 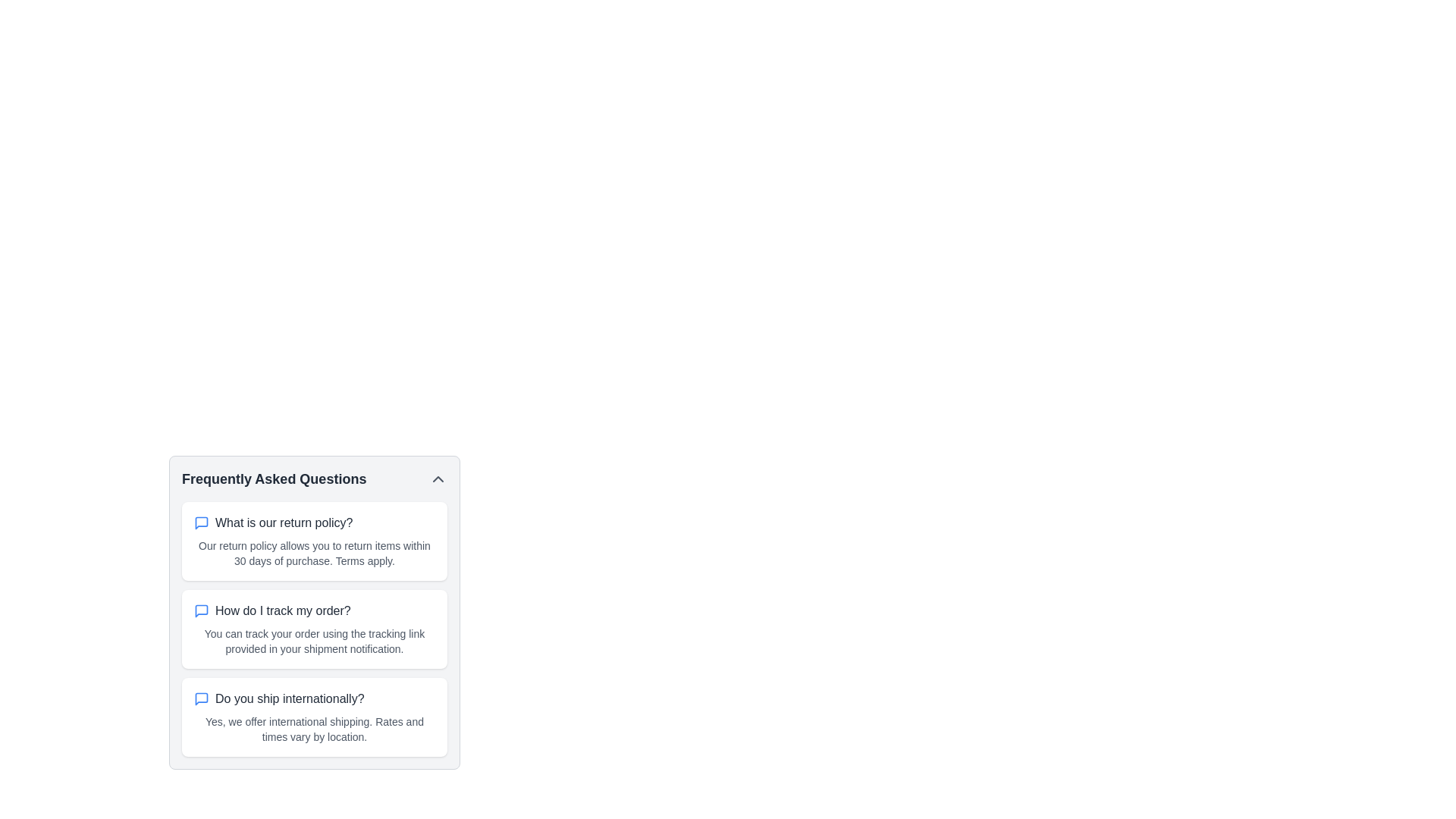 I want to click on text content about the return policy which is styled in smaller gray font, located below the question 'What is our return policy?' in a card within the FAQ section, so click(x=313, y=553).